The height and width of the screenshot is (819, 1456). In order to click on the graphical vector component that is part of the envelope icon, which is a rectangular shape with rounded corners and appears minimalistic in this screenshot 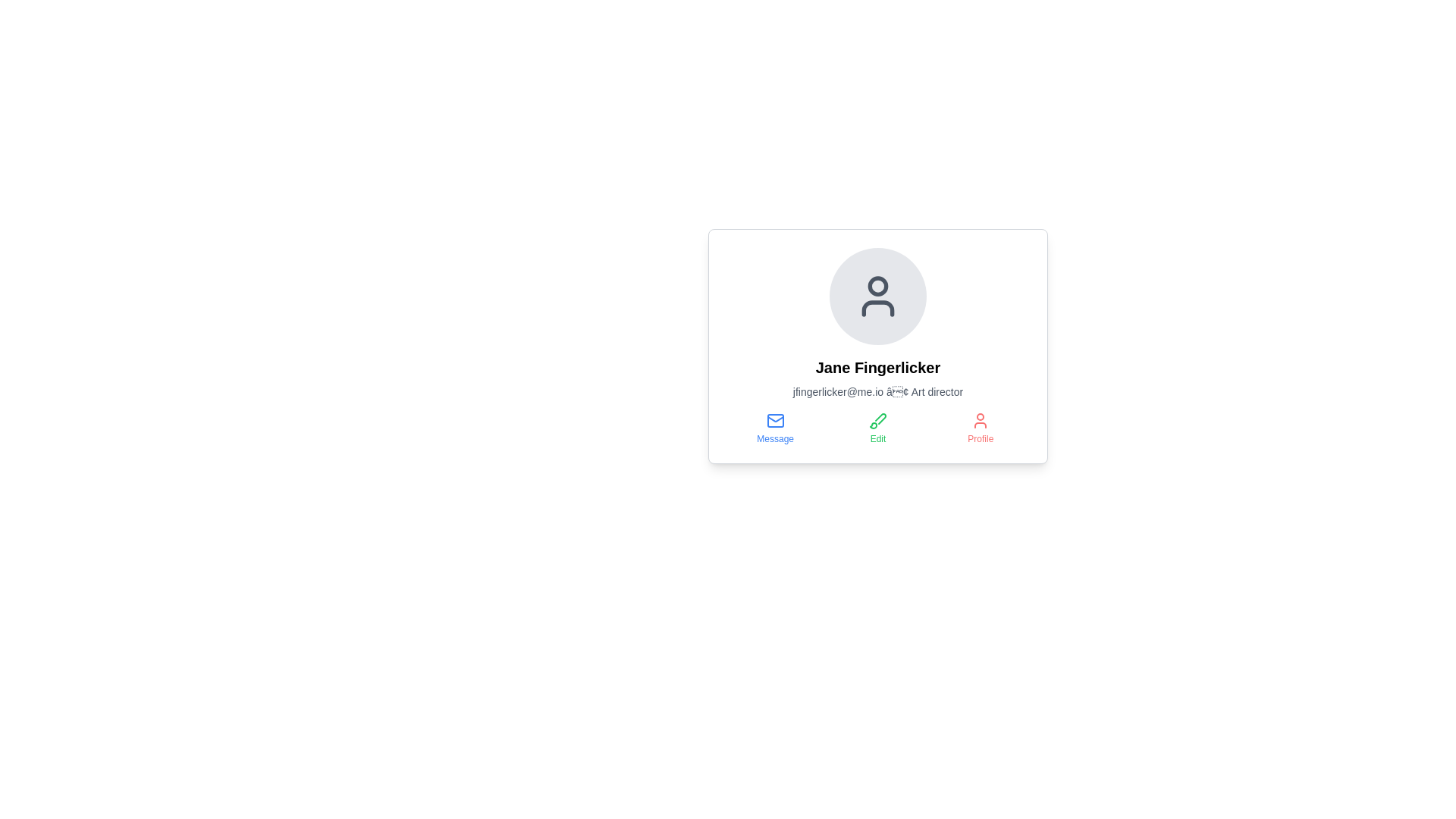, I will do `click(775, 421)`.